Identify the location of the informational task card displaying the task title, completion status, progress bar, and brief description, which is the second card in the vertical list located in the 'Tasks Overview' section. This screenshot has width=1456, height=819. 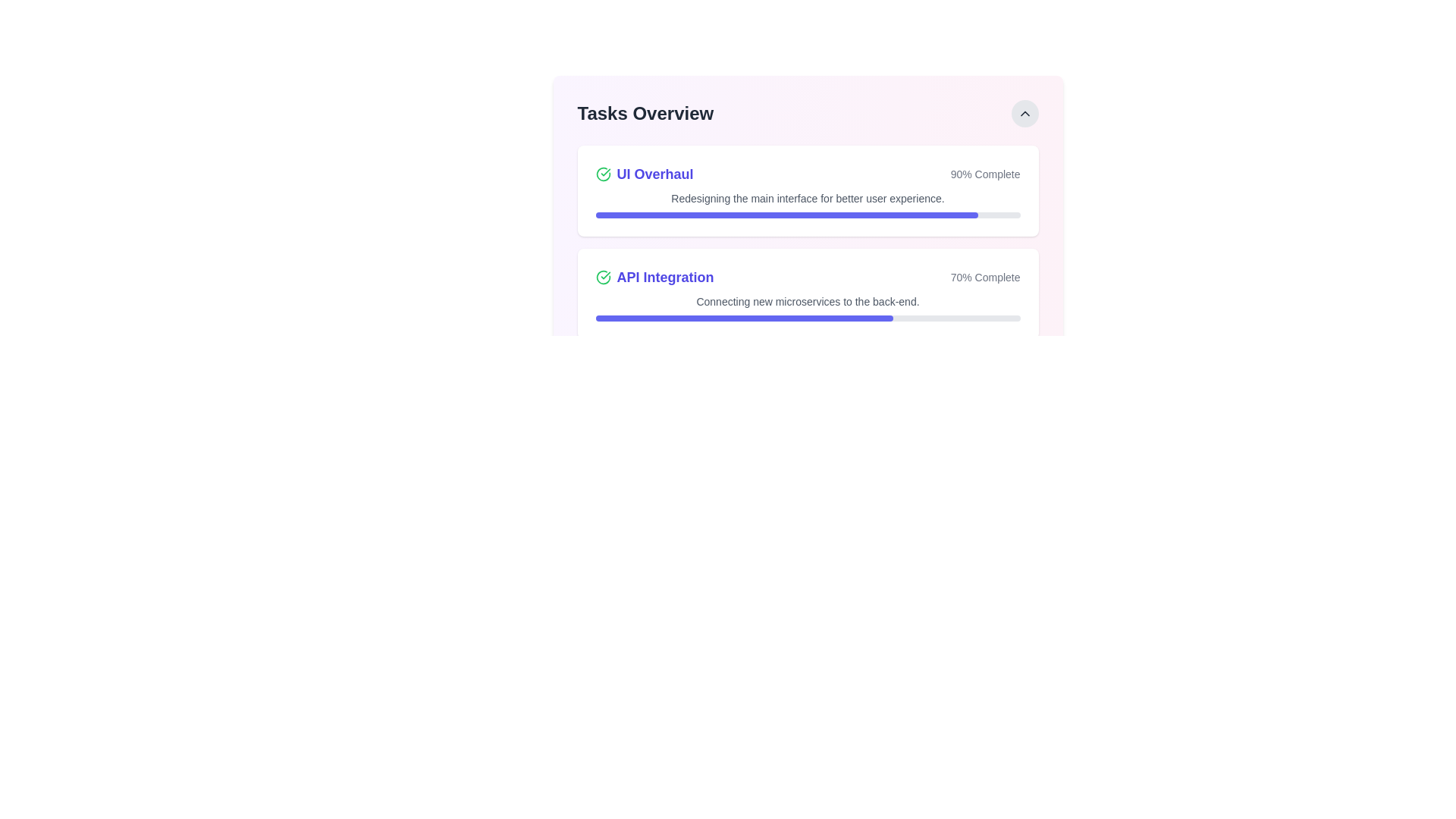
(807, 294).